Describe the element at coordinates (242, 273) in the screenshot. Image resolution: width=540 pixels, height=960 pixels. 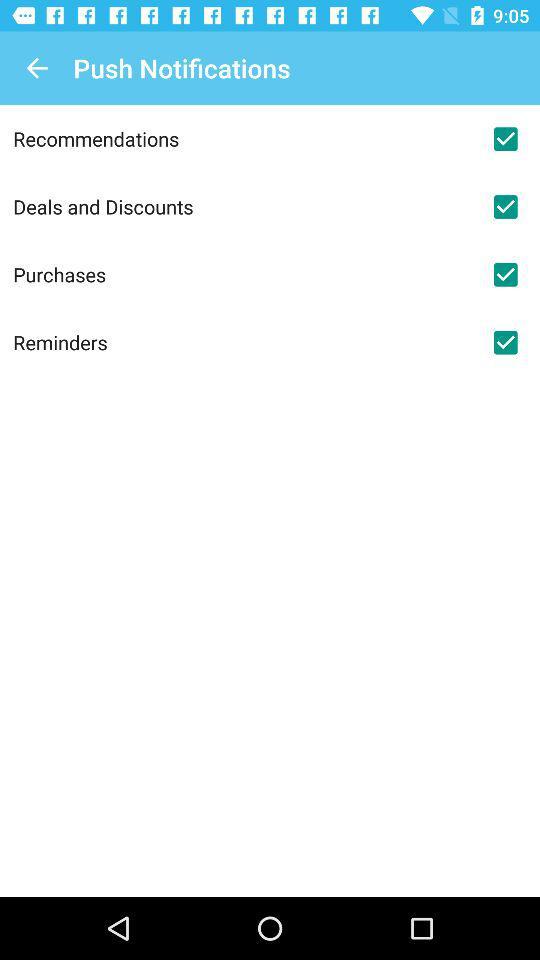
I see `item below the deals and discounts icon` at that location.